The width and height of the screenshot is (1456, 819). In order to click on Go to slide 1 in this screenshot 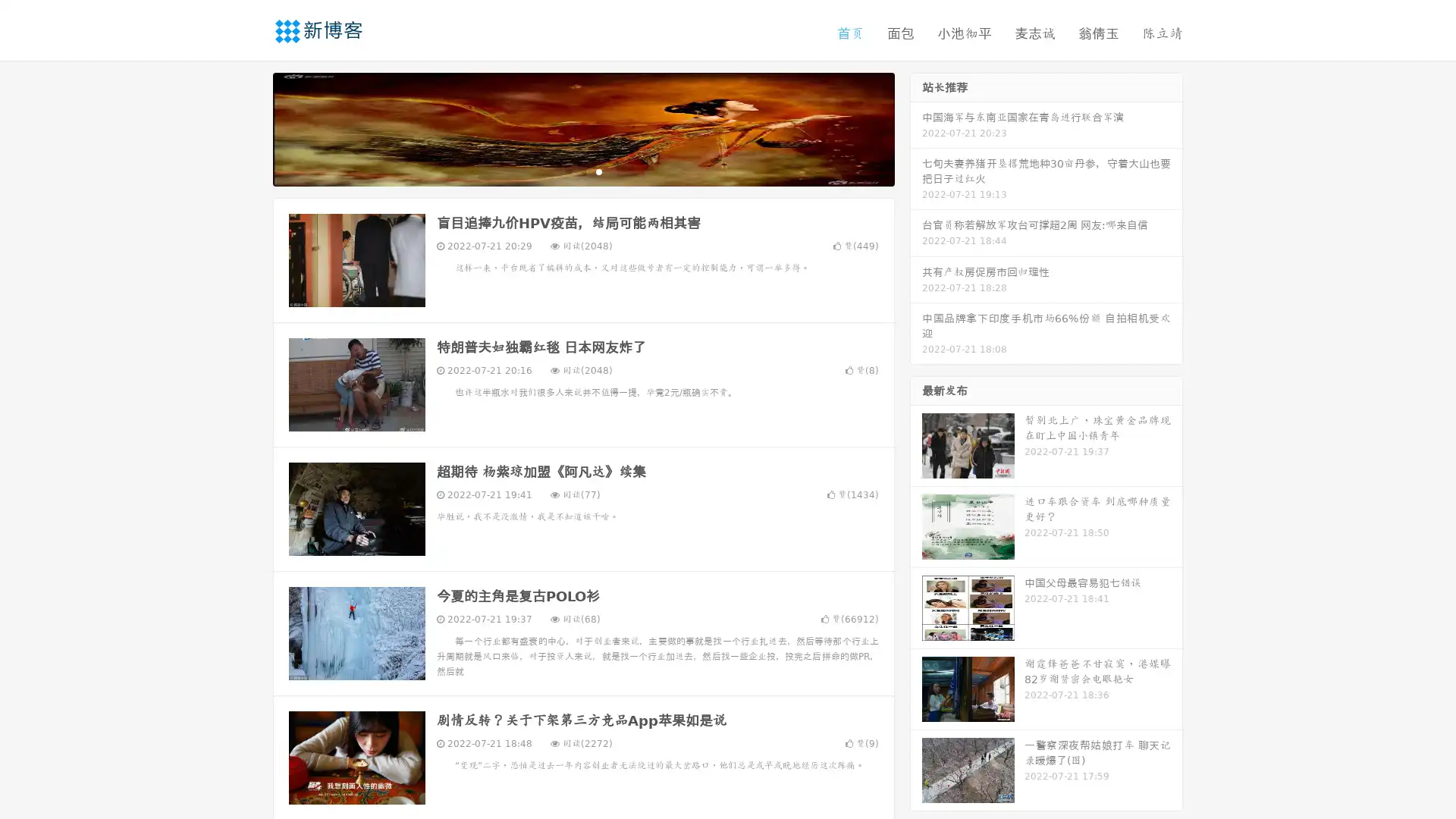, I will do `click(567, 171)`.